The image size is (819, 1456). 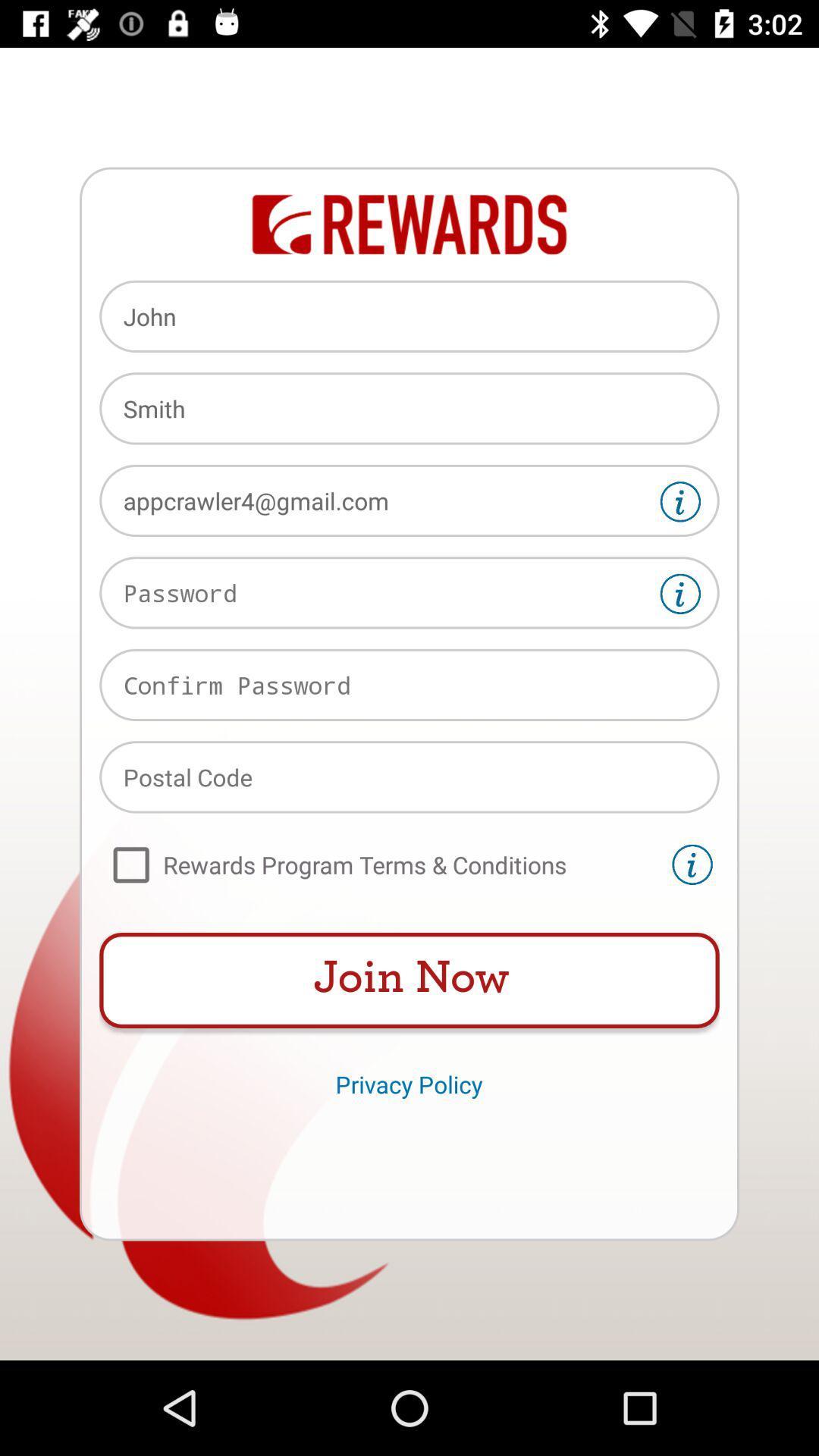 What do you see at coordinates (408, 1083) in the screenshot?
I see `icon below the join now` at bounding box center [408, 1083].